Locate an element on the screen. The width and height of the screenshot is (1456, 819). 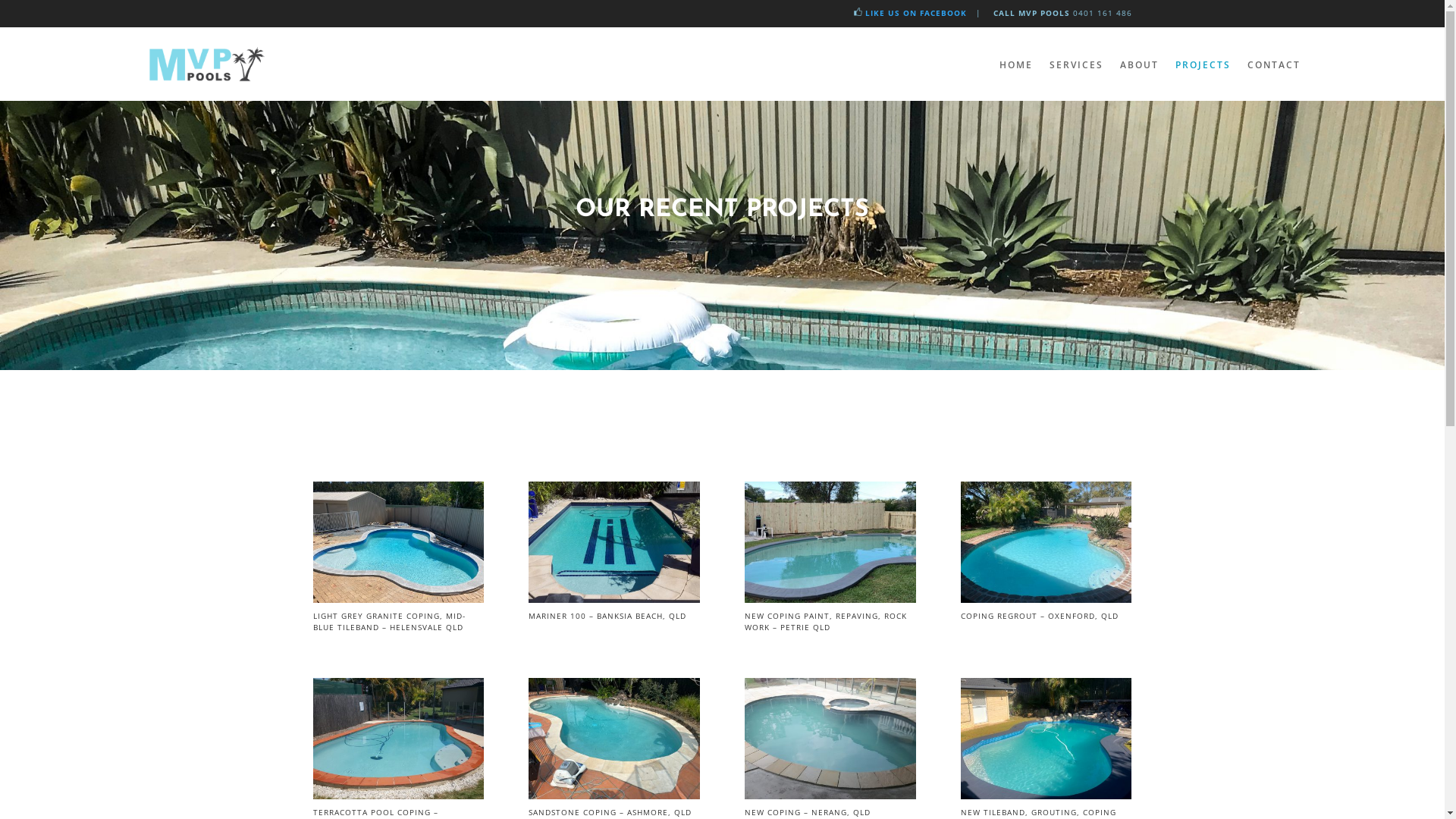
'PROJECTS' is located at coordinates (1202, 64).